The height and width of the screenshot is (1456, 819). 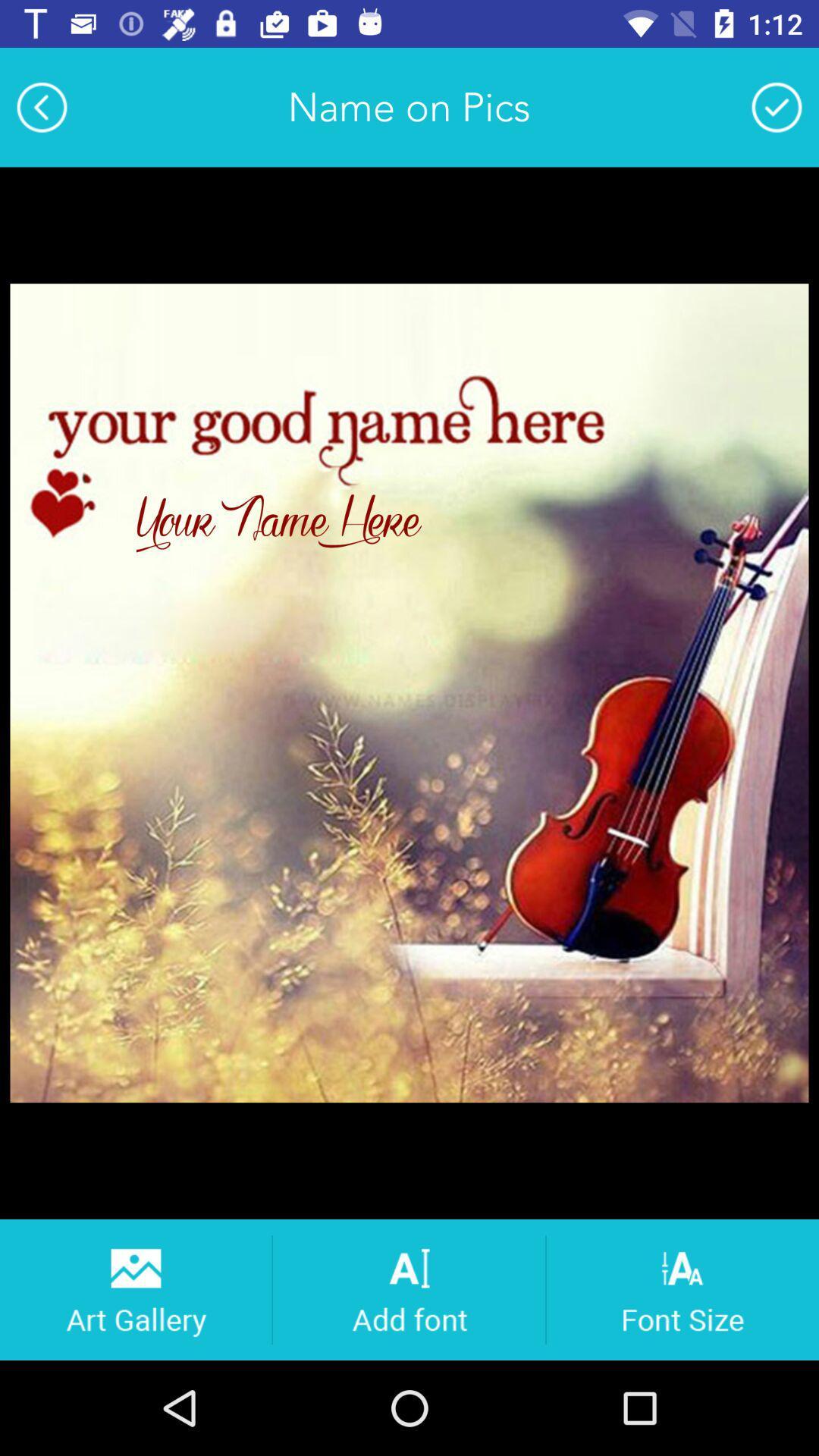 What do you see at coordinates (777, 106) in the screenshot?
I see `app to the right of the name on pics app` at bounding box center [777, 106].